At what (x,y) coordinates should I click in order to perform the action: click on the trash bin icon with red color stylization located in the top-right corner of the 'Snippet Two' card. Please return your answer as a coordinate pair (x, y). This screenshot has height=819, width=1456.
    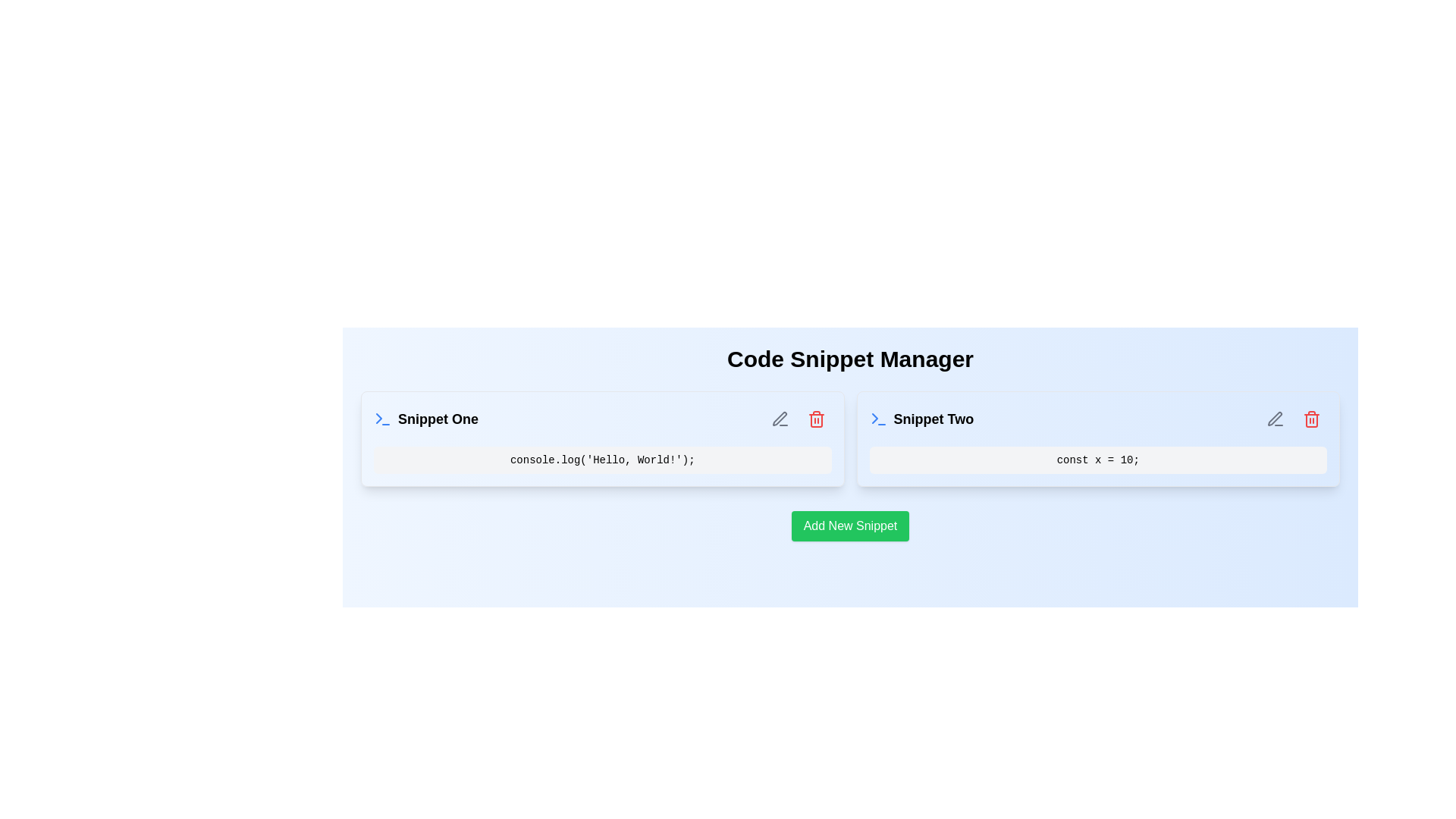
    Looking at the image, I should click on (1310, 419).